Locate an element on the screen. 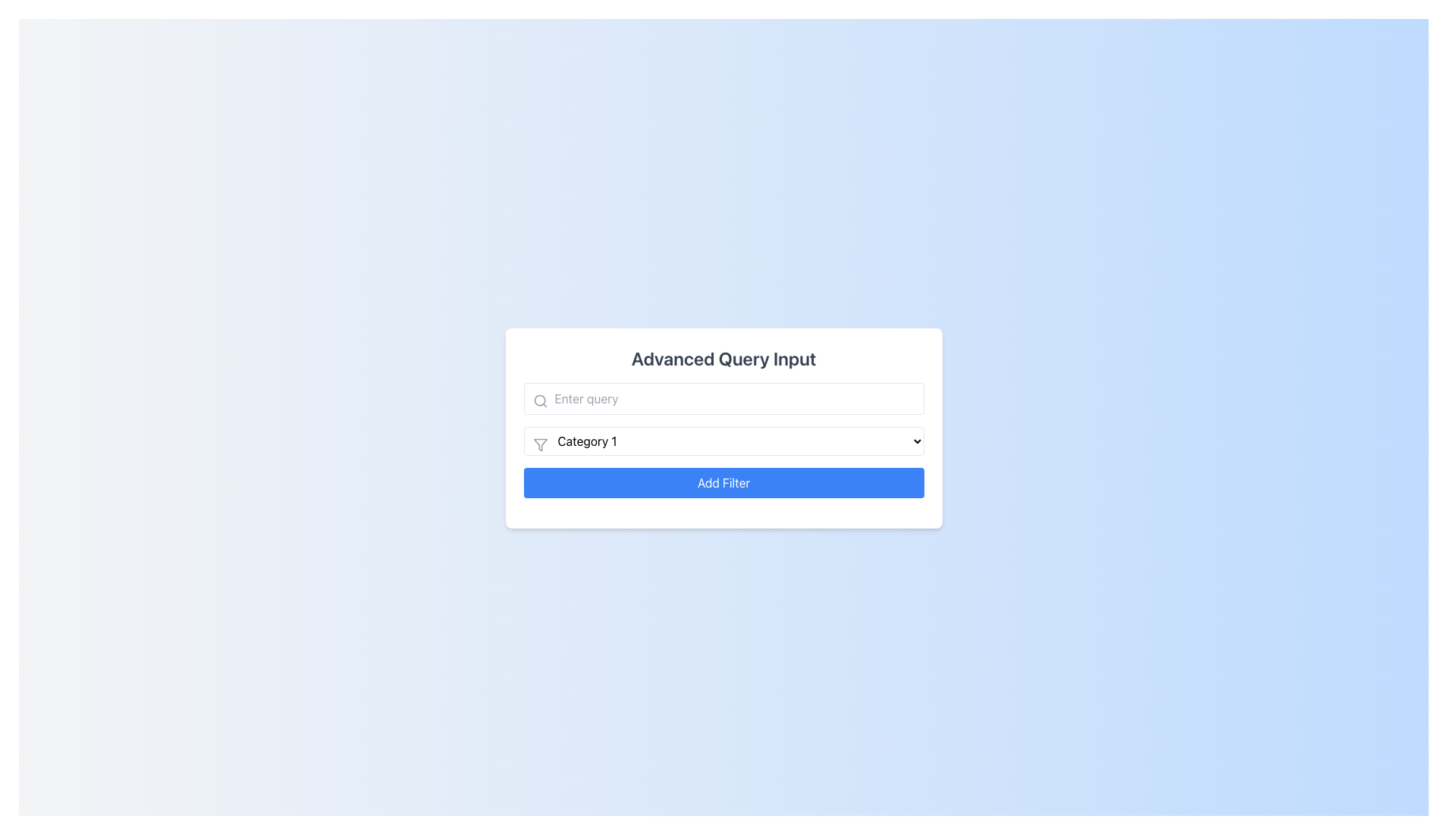 This screenshot has height=819, width=1456. the filter options in the 'Advanced Query Input' card, specifically the dropdown selector initialized with 'Category 1' is located at coordinates (723, 428).